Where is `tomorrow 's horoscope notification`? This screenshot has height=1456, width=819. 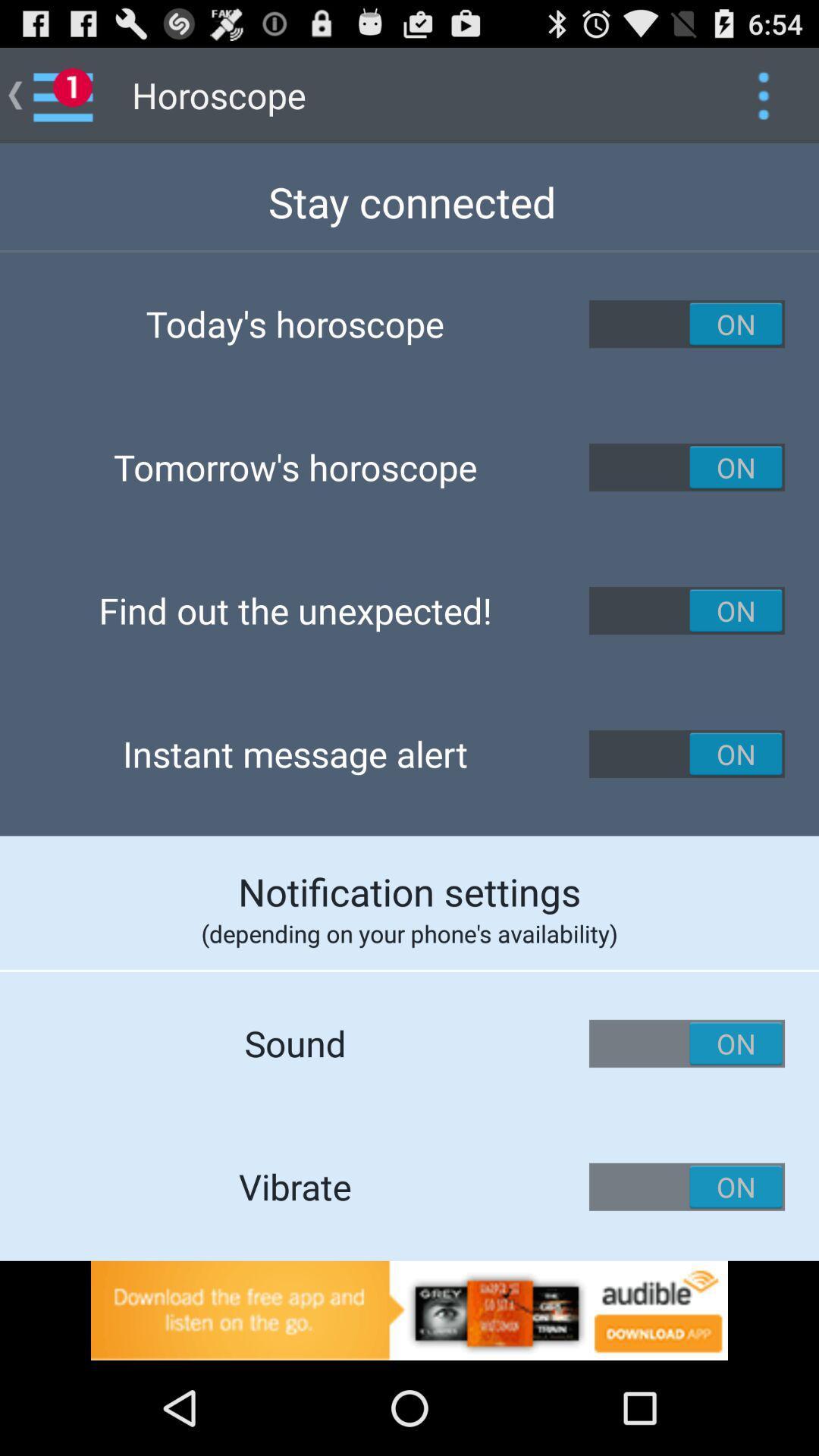
tomorrow 's horoscope notification is located at coordinates (687, 466).